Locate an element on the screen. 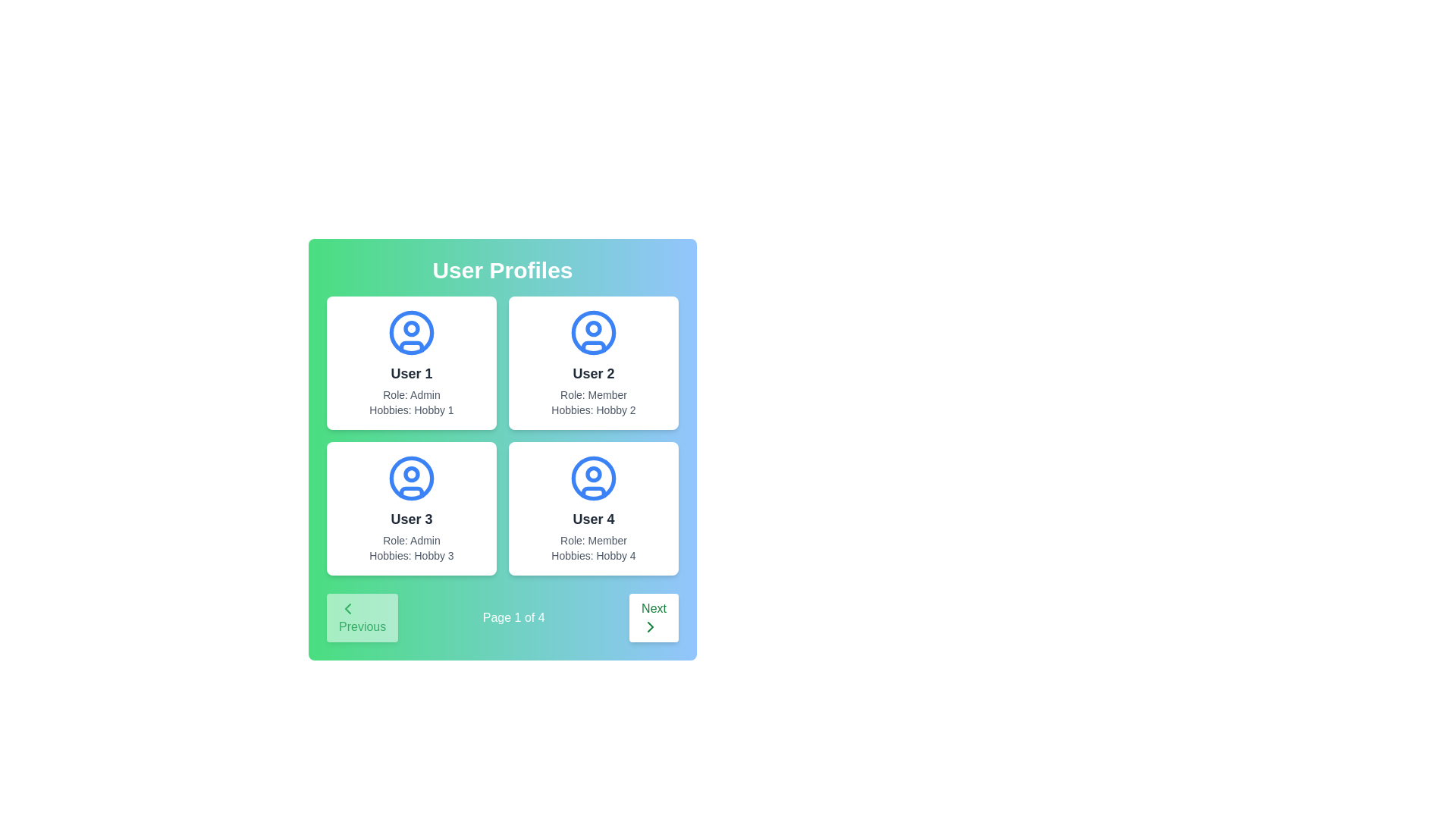  the user avatar icon representing 'User 3', which is located at the top of their profile card in the grid layout is located at coordinates (411, 479).